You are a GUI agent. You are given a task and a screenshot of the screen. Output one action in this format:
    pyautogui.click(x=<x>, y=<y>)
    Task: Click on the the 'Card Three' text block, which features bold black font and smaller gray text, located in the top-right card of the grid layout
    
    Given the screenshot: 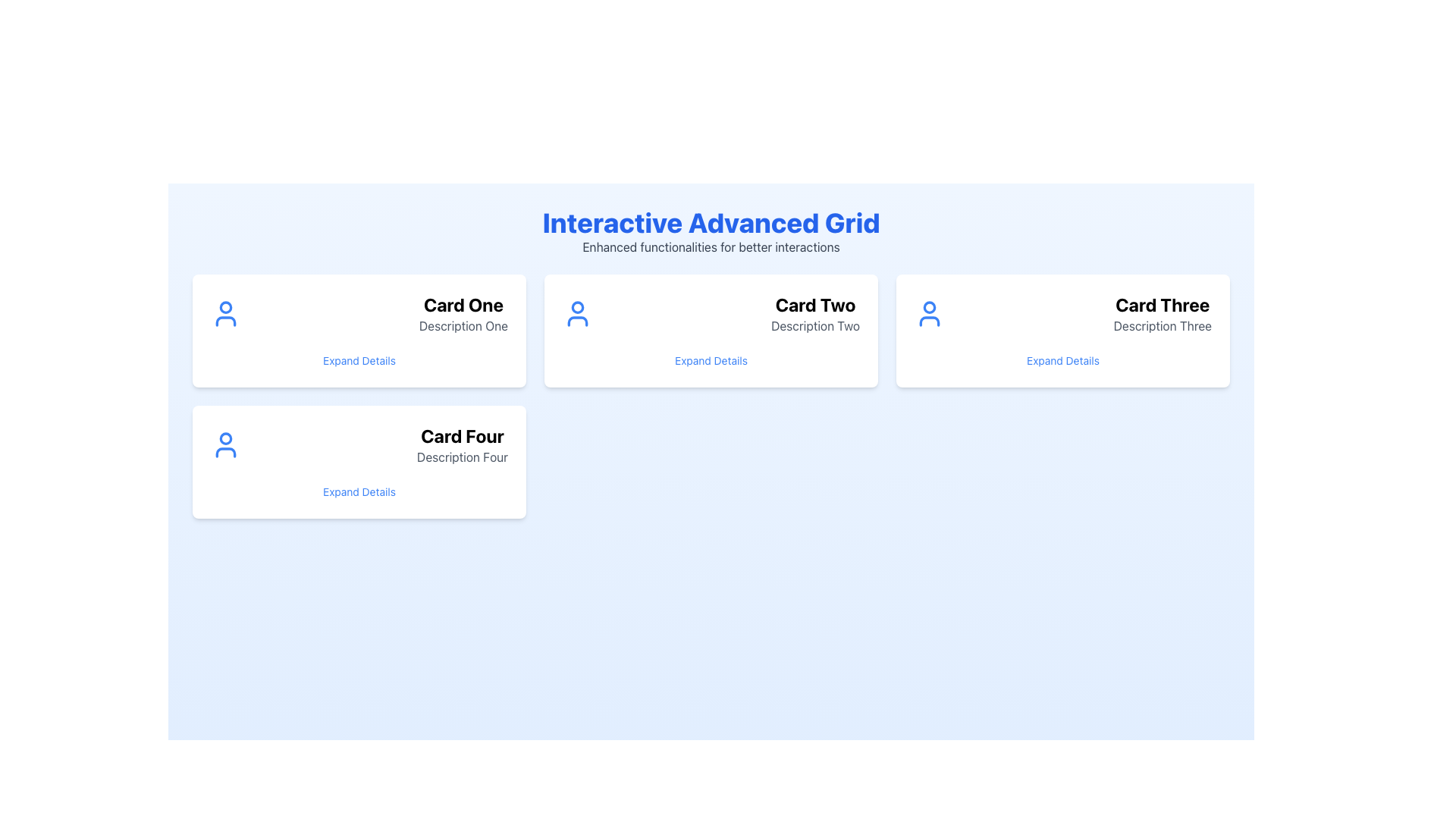 What is the action you would take?
    pyautogui.click(x=1162, y=312)
    